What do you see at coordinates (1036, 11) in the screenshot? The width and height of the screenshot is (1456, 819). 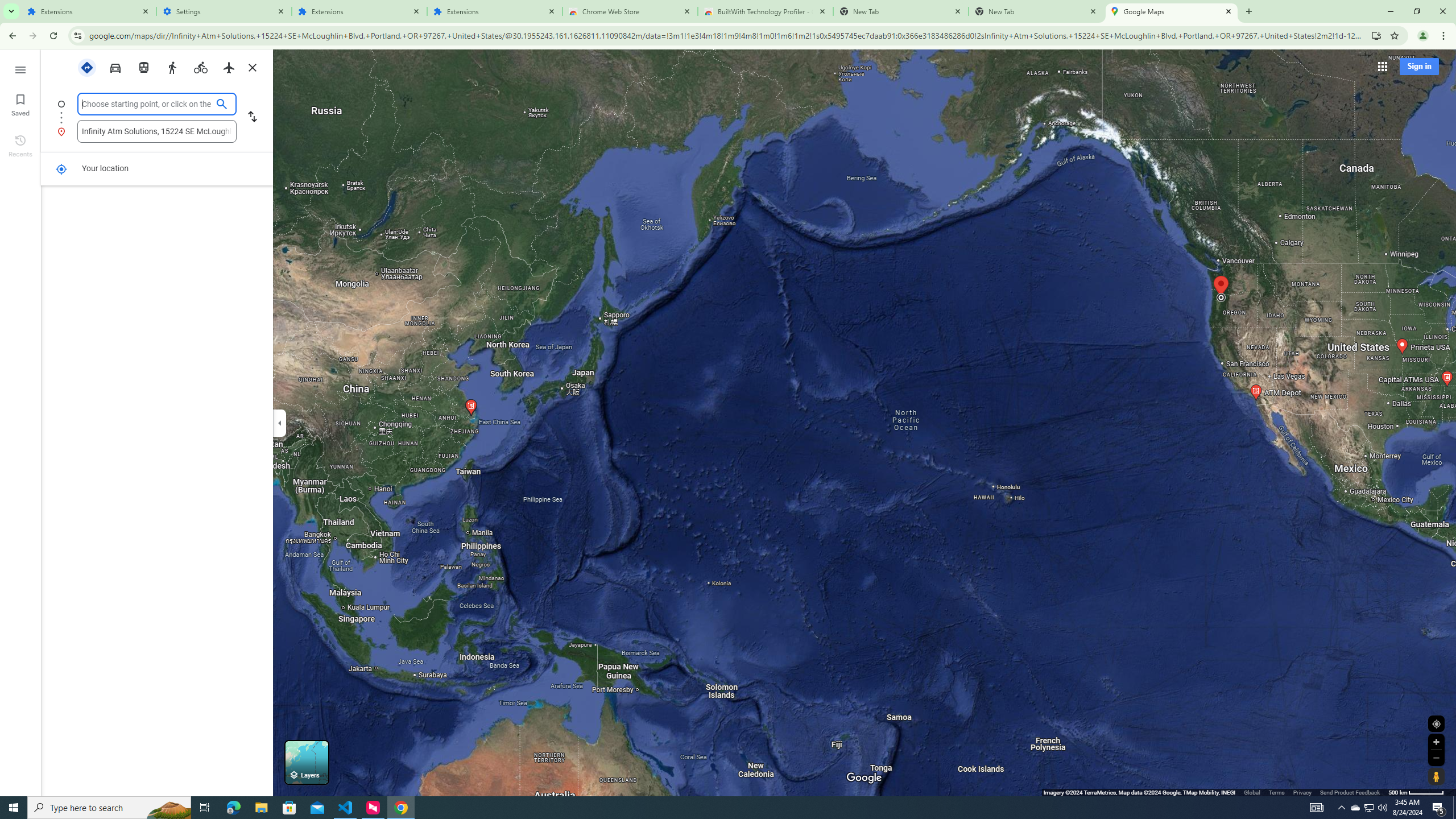 I see `'New Tab'` at bounding box center [1036, 11].